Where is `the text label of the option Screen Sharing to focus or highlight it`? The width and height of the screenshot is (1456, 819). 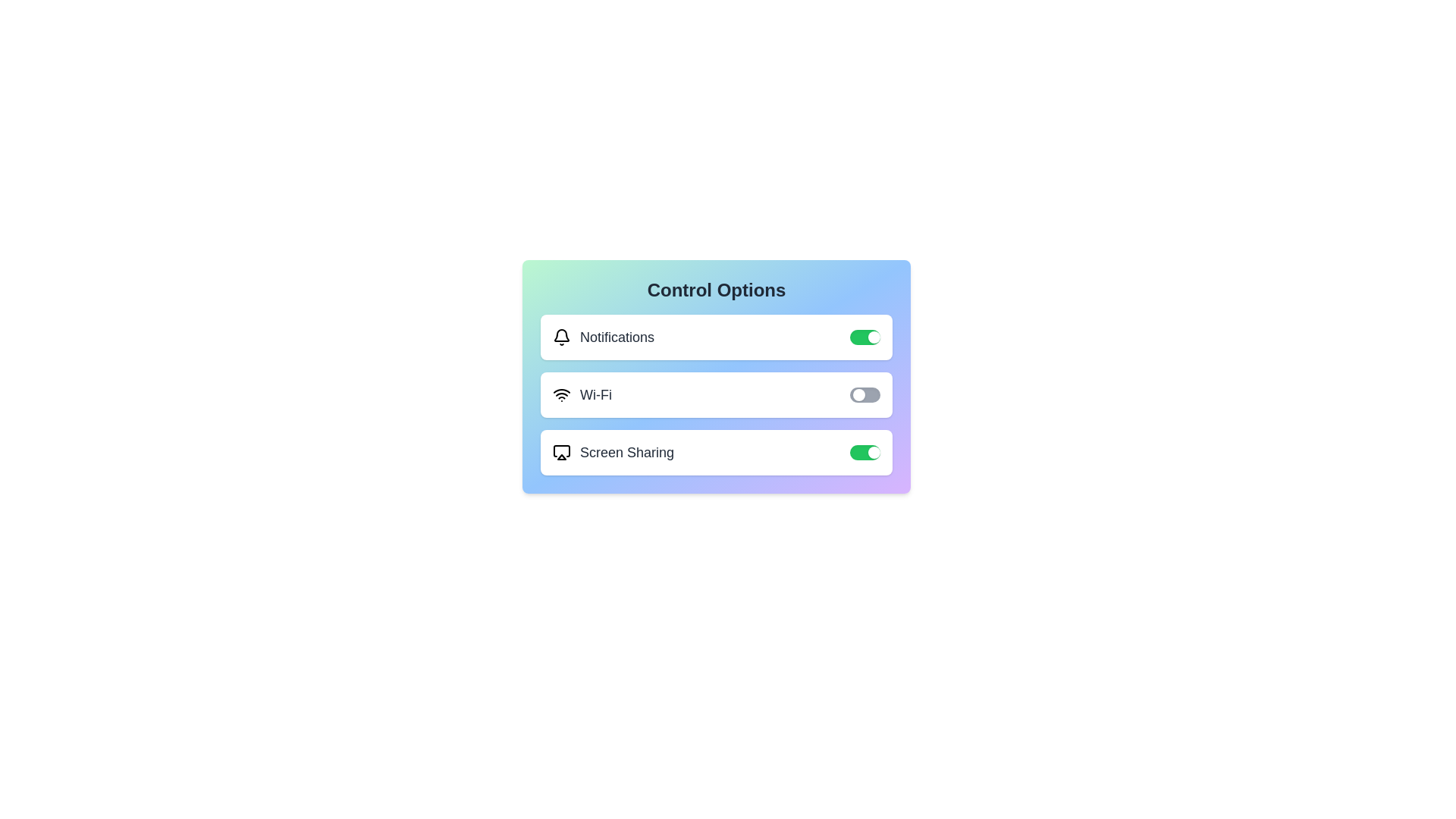
the text label of the option Screen Sharing to focus or highlight it is located at coordinates (613, 452).